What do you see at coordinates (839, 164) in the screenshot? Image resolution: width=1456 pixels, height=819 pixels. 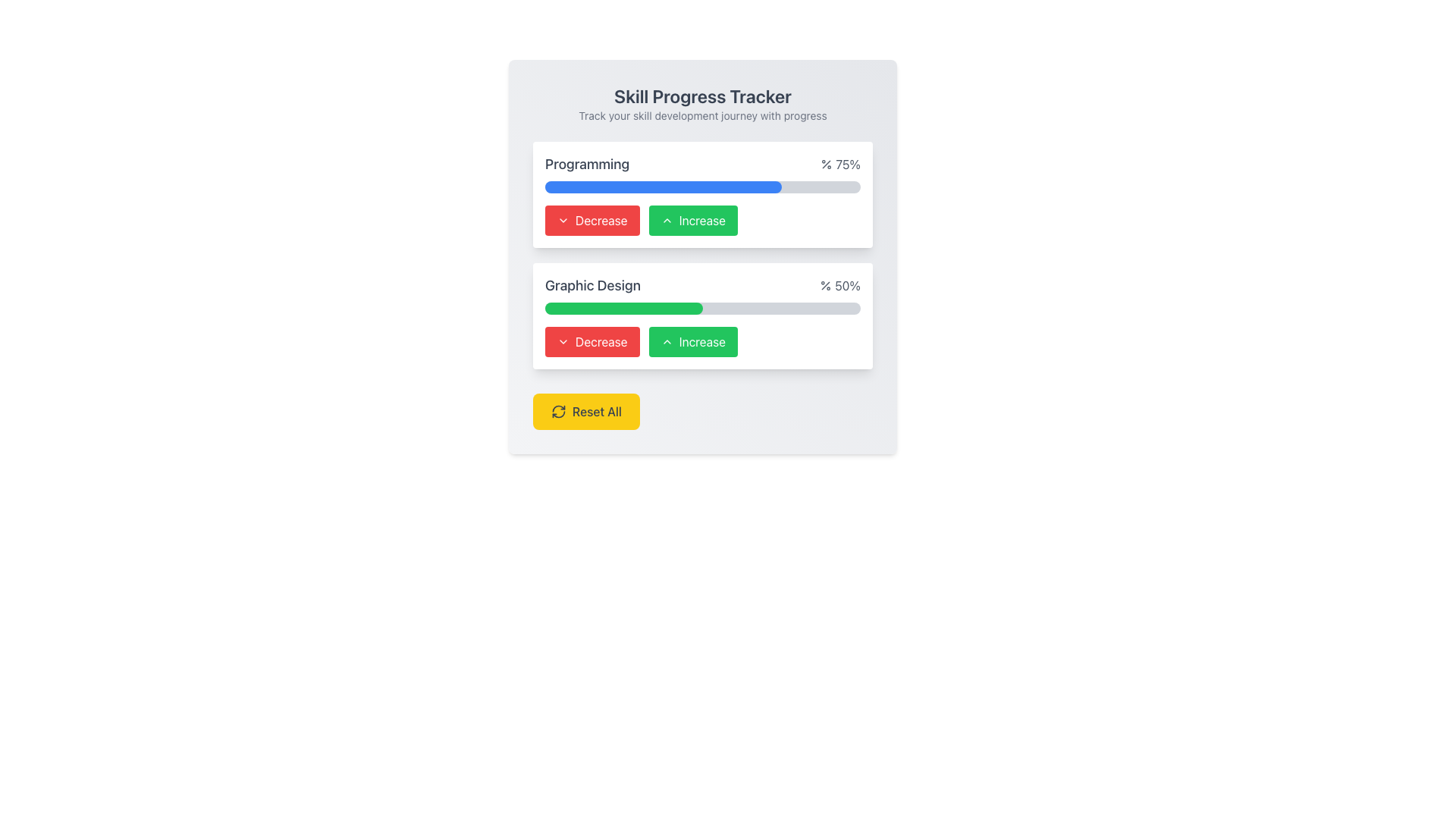 I see `the progress percentage text label displaying '75%' located in the top-right corner of the Programming section, adjacent to the blue progress bar and percentage symbol icon` at bounding box center [839, 164].